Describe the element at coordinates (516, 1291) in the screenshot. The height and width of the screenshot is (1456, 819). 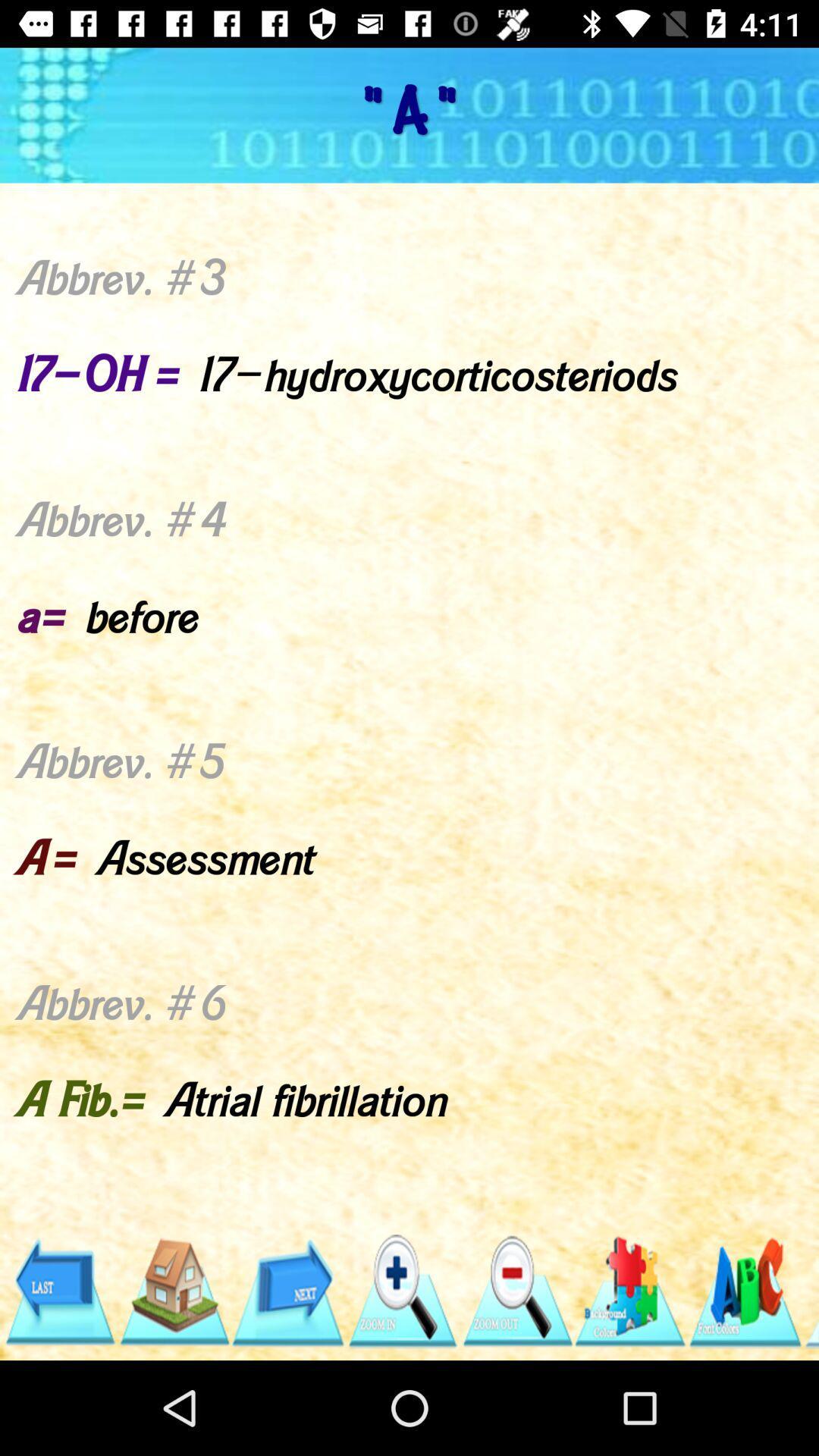
I see `zoom out` at that location.